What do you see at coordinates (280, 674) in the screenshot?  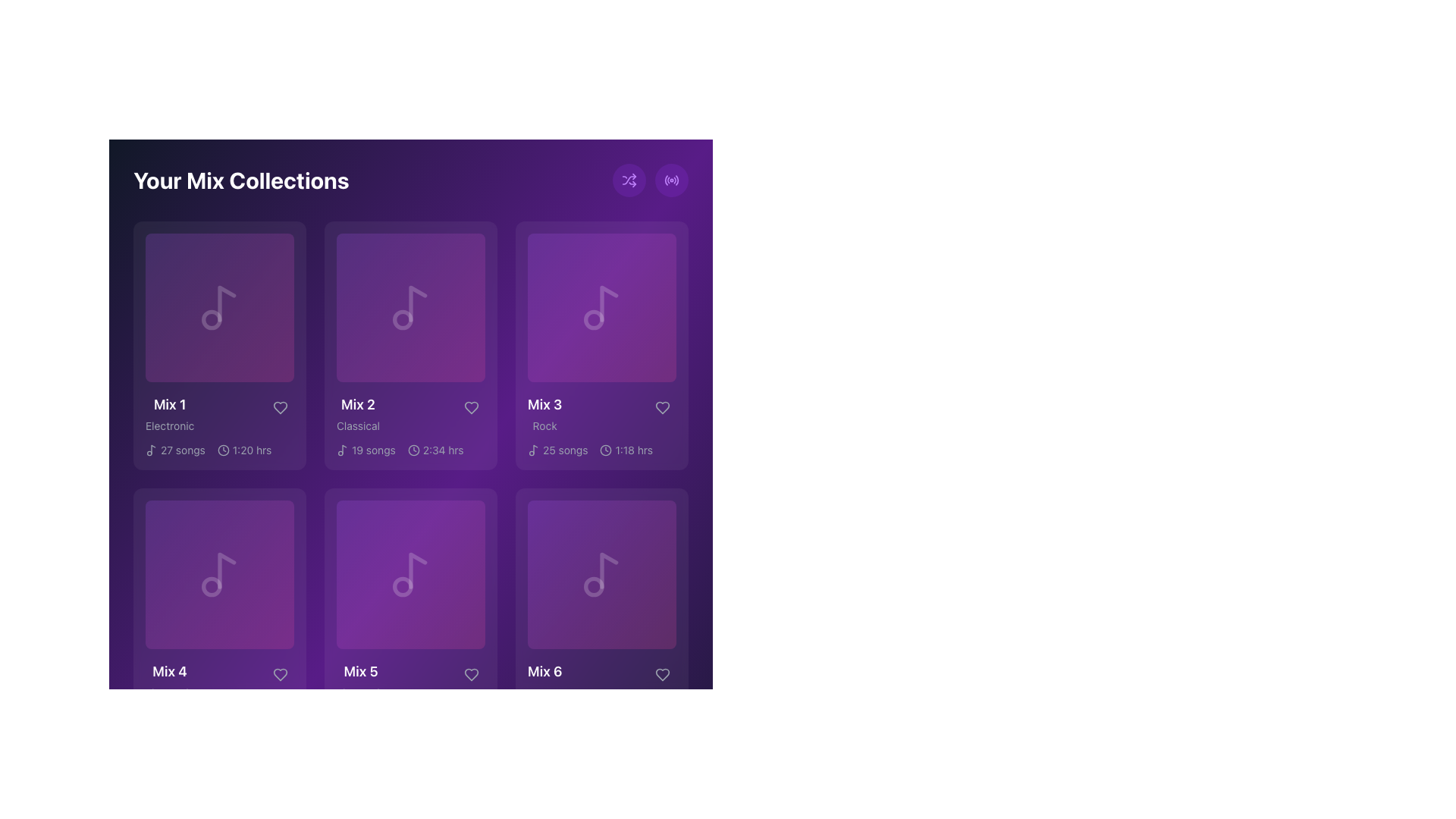 I see `the heart icon located at the bottom-right corner of the 'Mix 4' card` at bounding box center [280, 674].